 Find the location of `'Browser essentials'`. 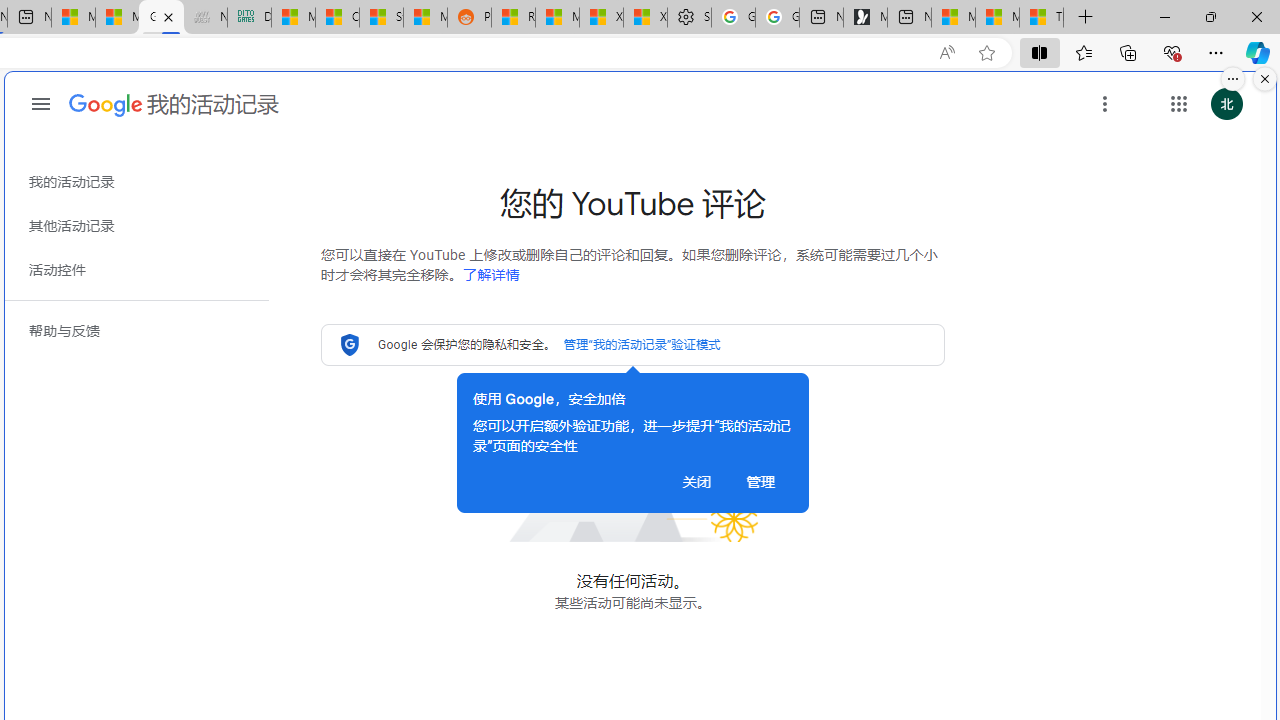

'Browser essentials' is located at coordinates (1171, 51).